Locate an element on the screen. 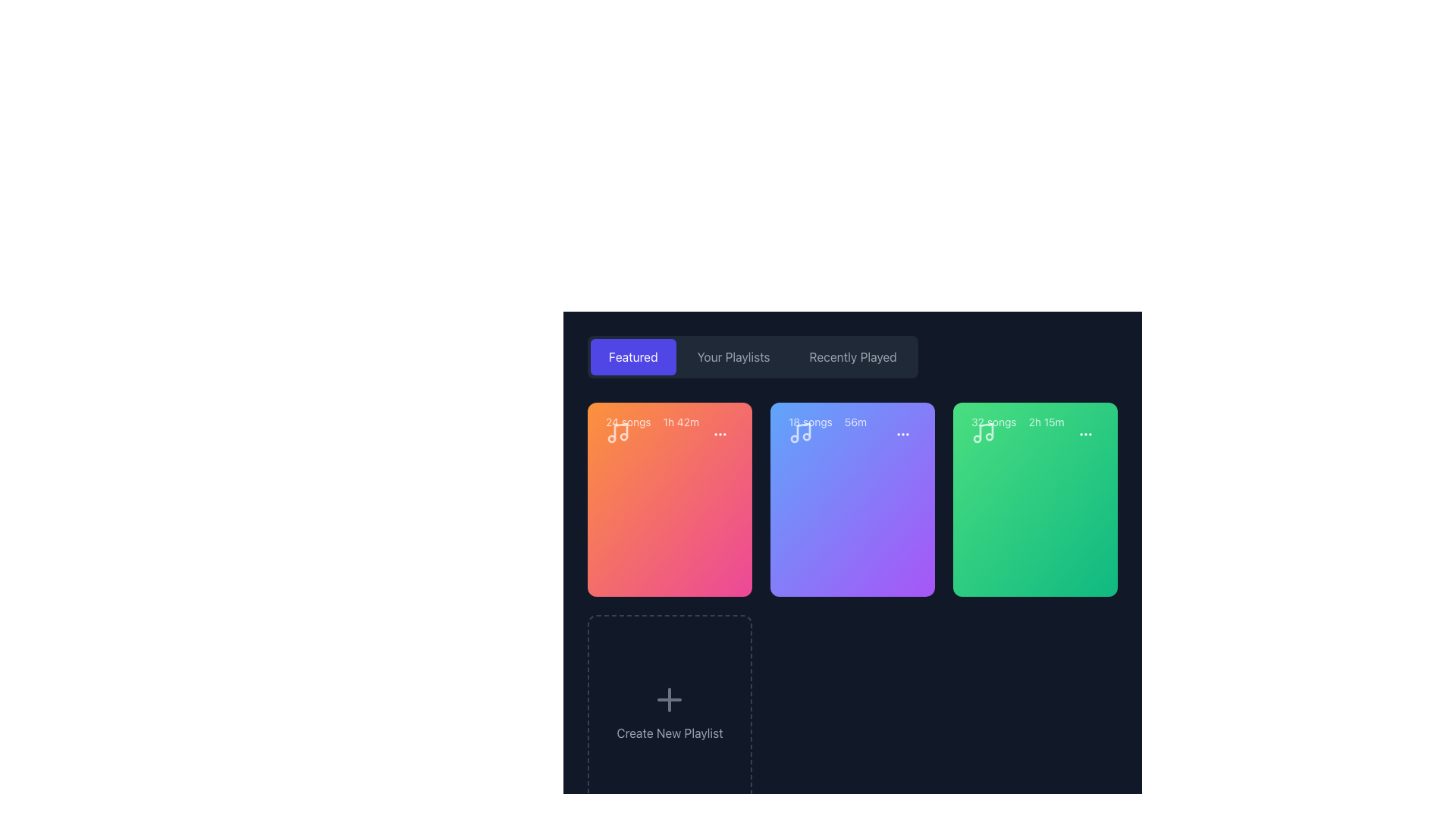 This screenshot has width=1456, height=819. the text label 'Summer Vibes' which serves as a title for the associated playlist, positioned above '24 songs' and '1h 42m' is located at coordinates (667, 375).